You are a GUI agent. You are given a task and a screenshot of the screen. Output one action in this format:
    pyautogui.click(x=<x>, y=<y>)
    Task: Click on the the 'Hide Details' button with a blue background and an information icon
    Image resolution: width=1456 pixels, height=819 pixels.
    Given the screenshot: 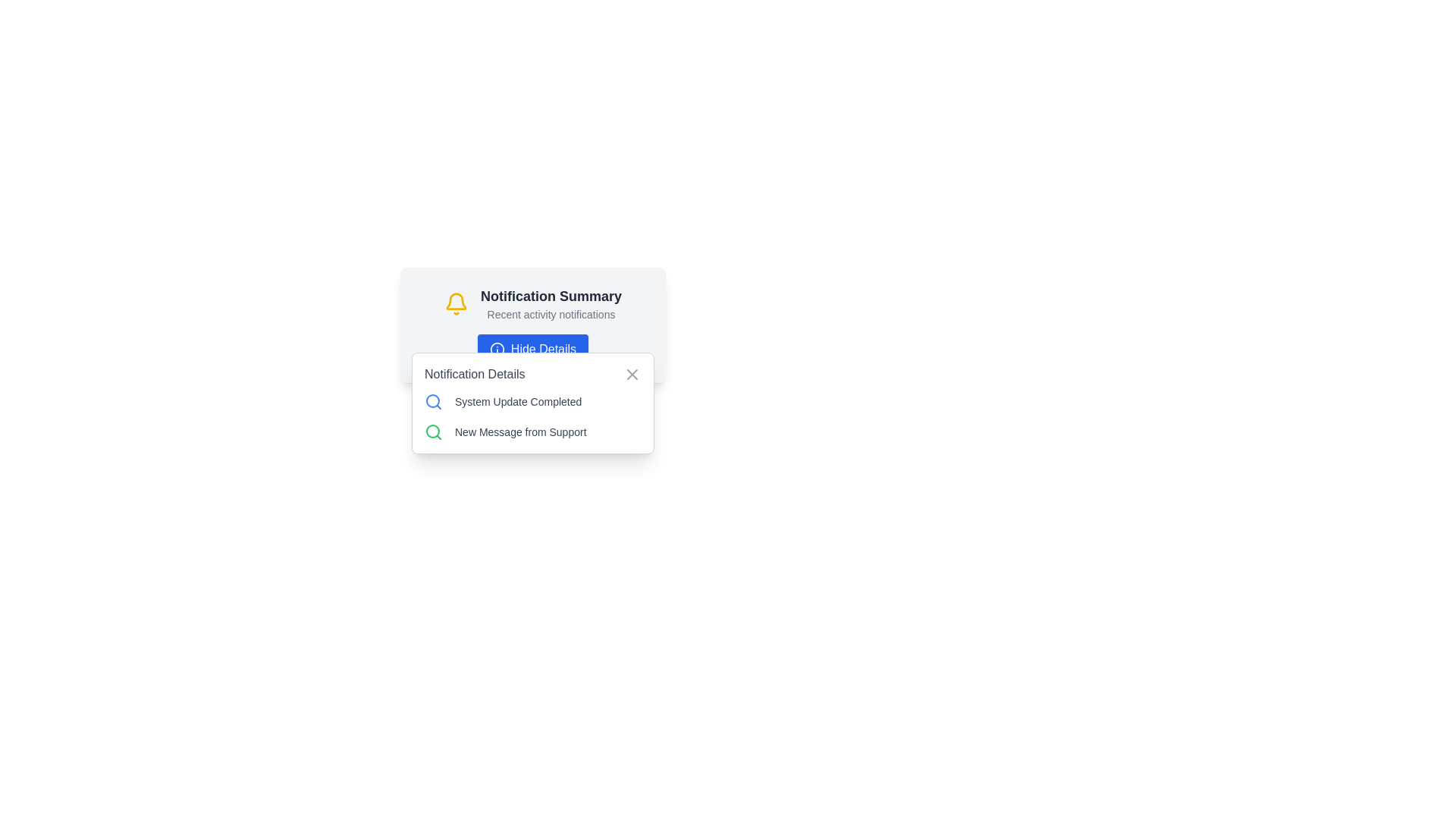 What is the action you would take?
    pyautogui.click(x=532, y=350)
    